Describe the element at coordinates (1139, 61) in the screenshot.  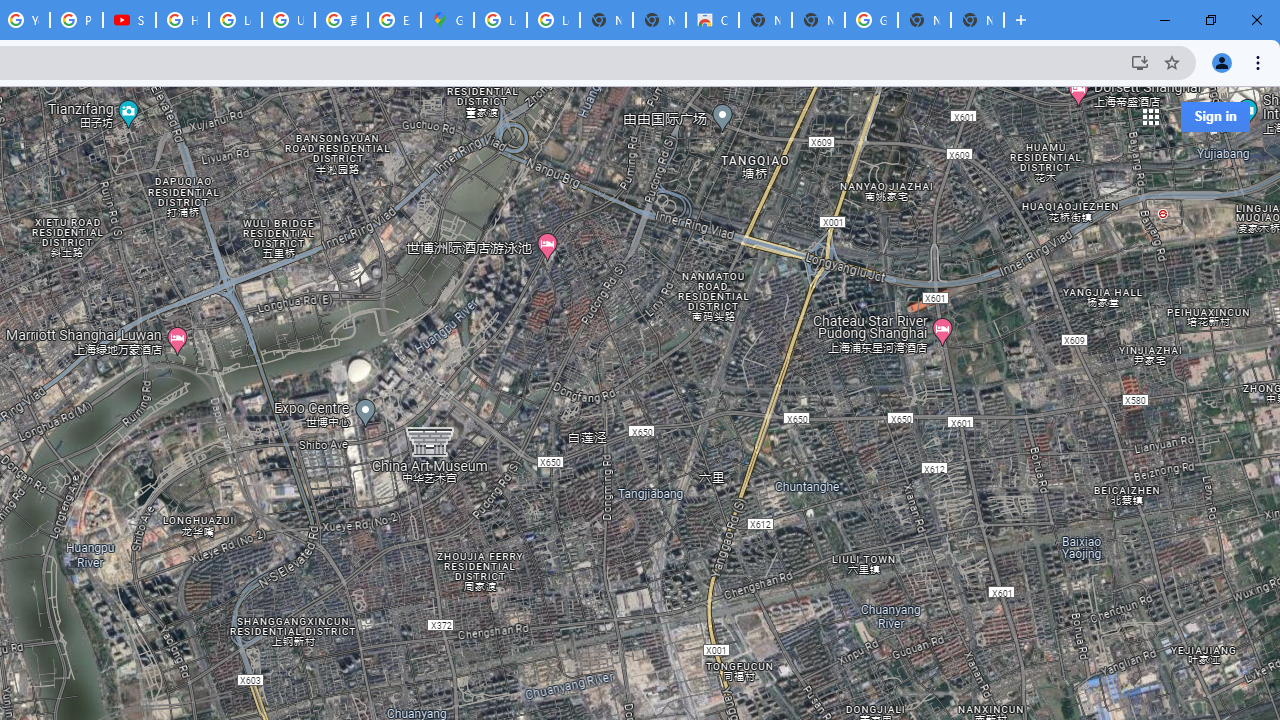
I see `'Install Google Maps'` at that location.